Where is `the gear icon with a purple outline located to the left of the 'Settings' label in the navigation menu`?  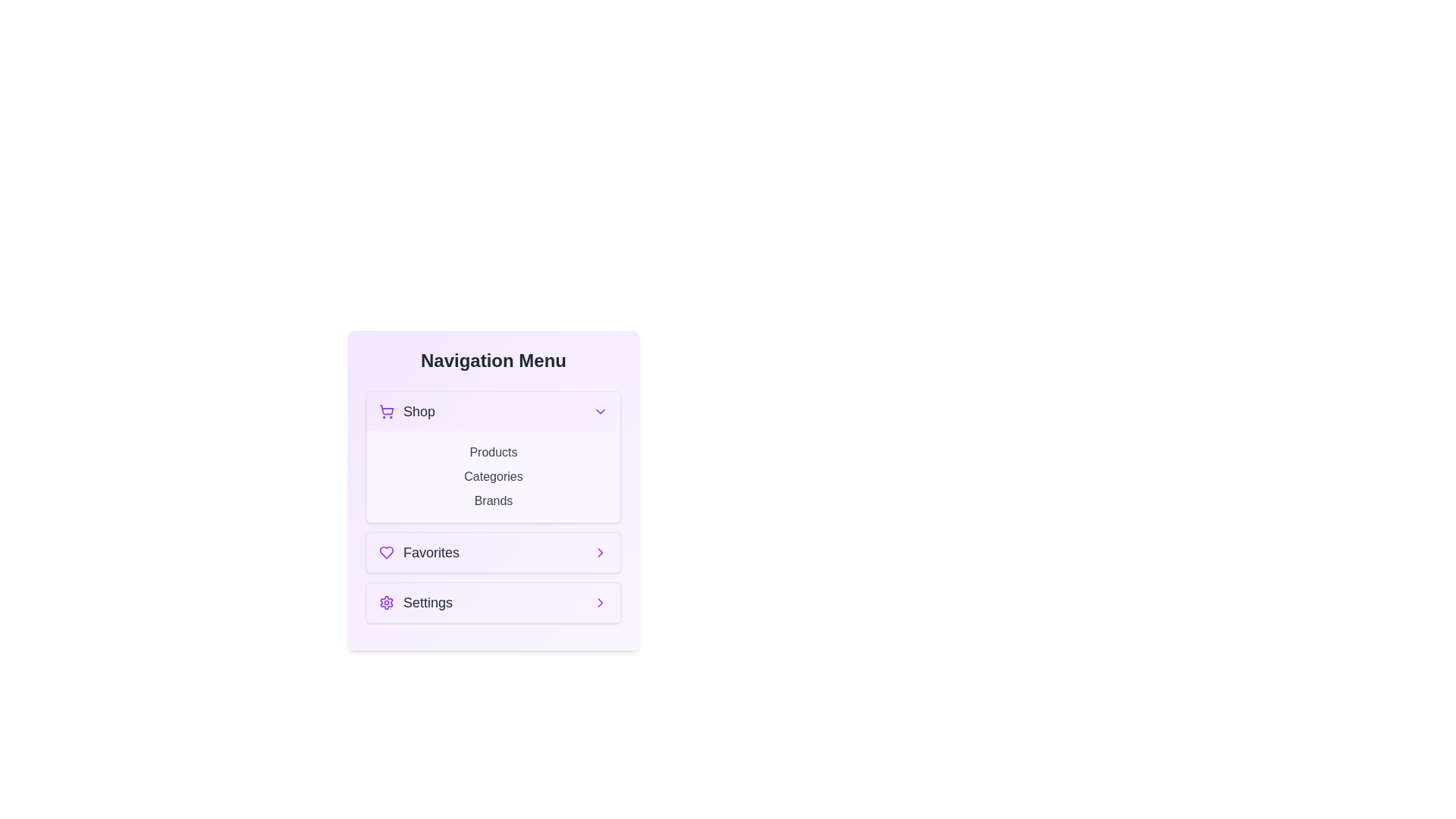 the gear icon with a purple outline located to the left of the 'Settings' label in the navigation menu is located at coordinates (386, 601).